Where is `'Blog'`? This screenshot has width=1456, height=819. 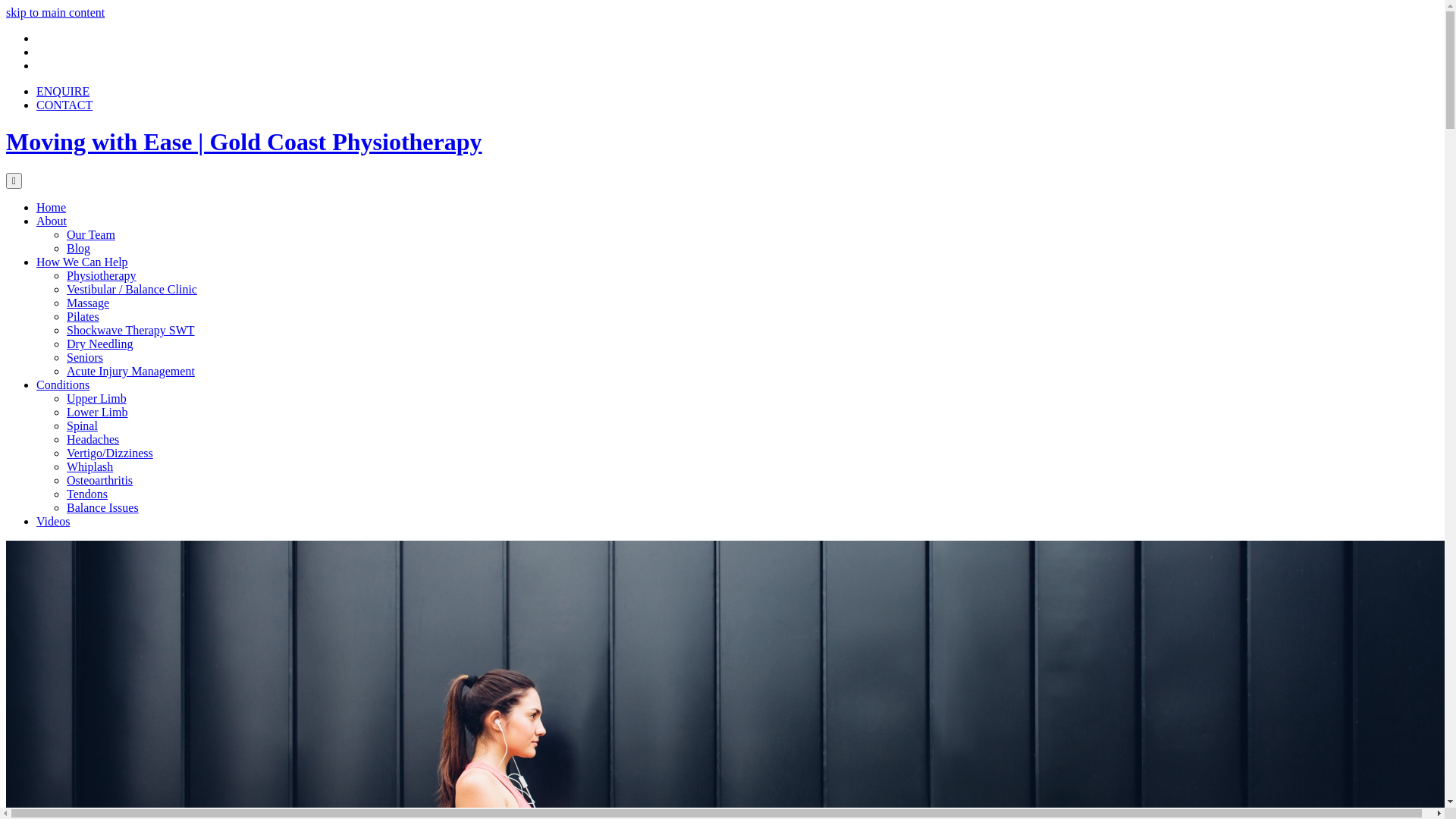
'Blog' is located at coordinates (77, 247).